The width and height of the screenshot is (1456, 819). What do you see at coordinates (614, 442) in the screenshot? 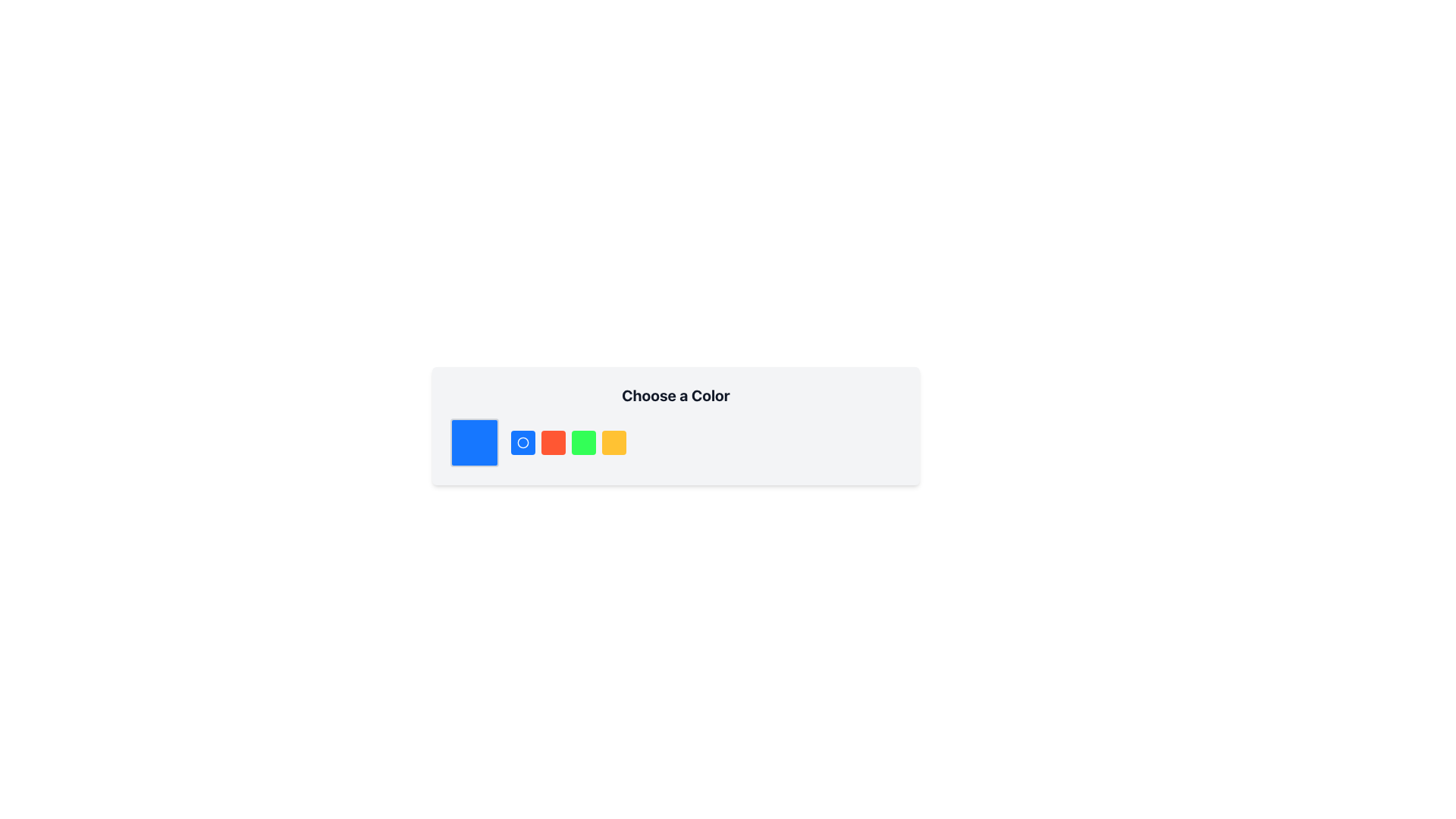
I see `the last button in a horizontal group of five buttons` at bounding box center [614, 442].